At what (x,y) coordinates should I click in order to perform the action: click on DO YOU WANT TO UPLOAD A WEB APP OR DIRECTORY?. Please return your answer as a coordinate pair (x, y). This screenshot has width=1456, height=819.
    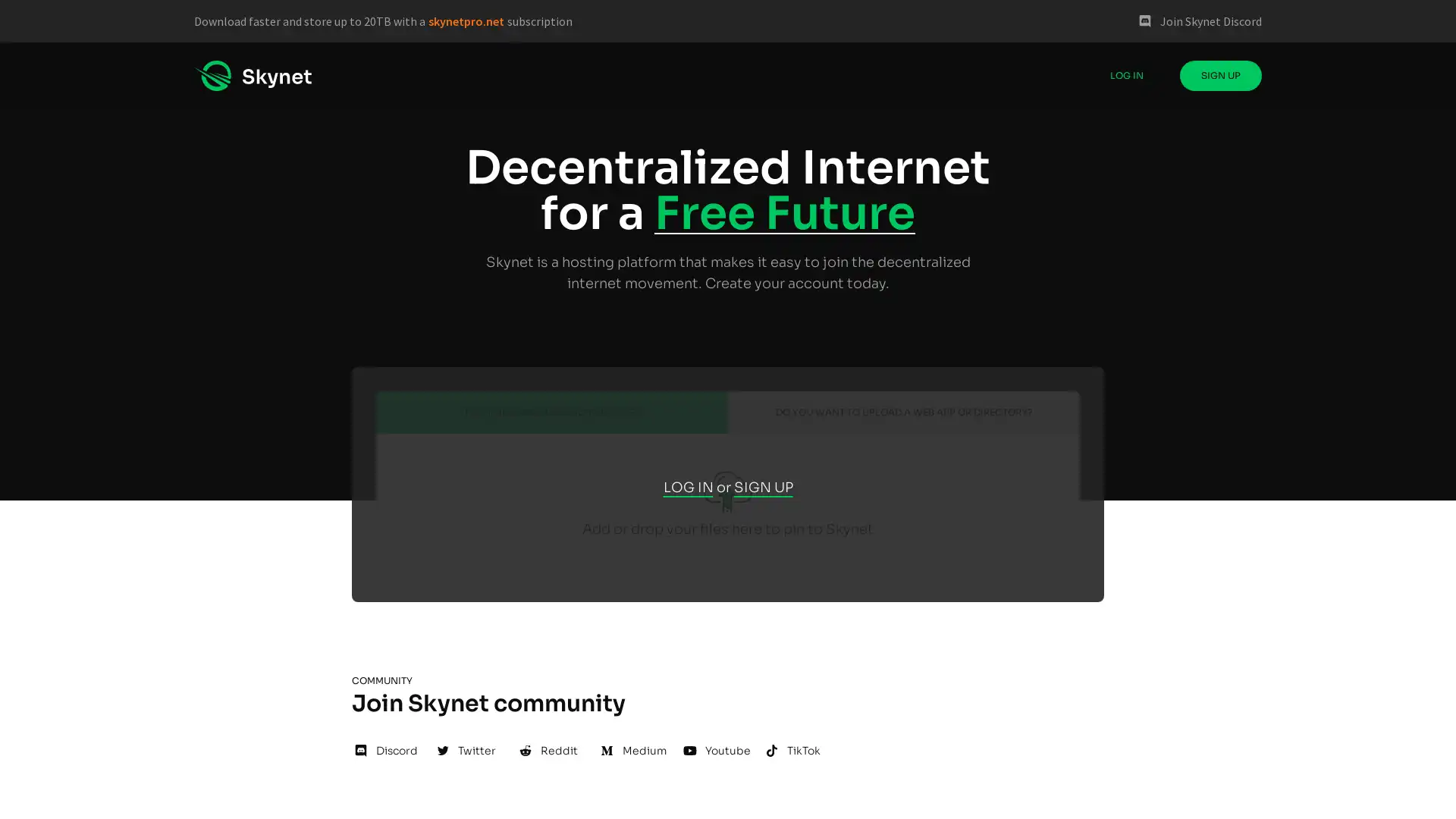
    Looking at the image, I should click on (903, 412).